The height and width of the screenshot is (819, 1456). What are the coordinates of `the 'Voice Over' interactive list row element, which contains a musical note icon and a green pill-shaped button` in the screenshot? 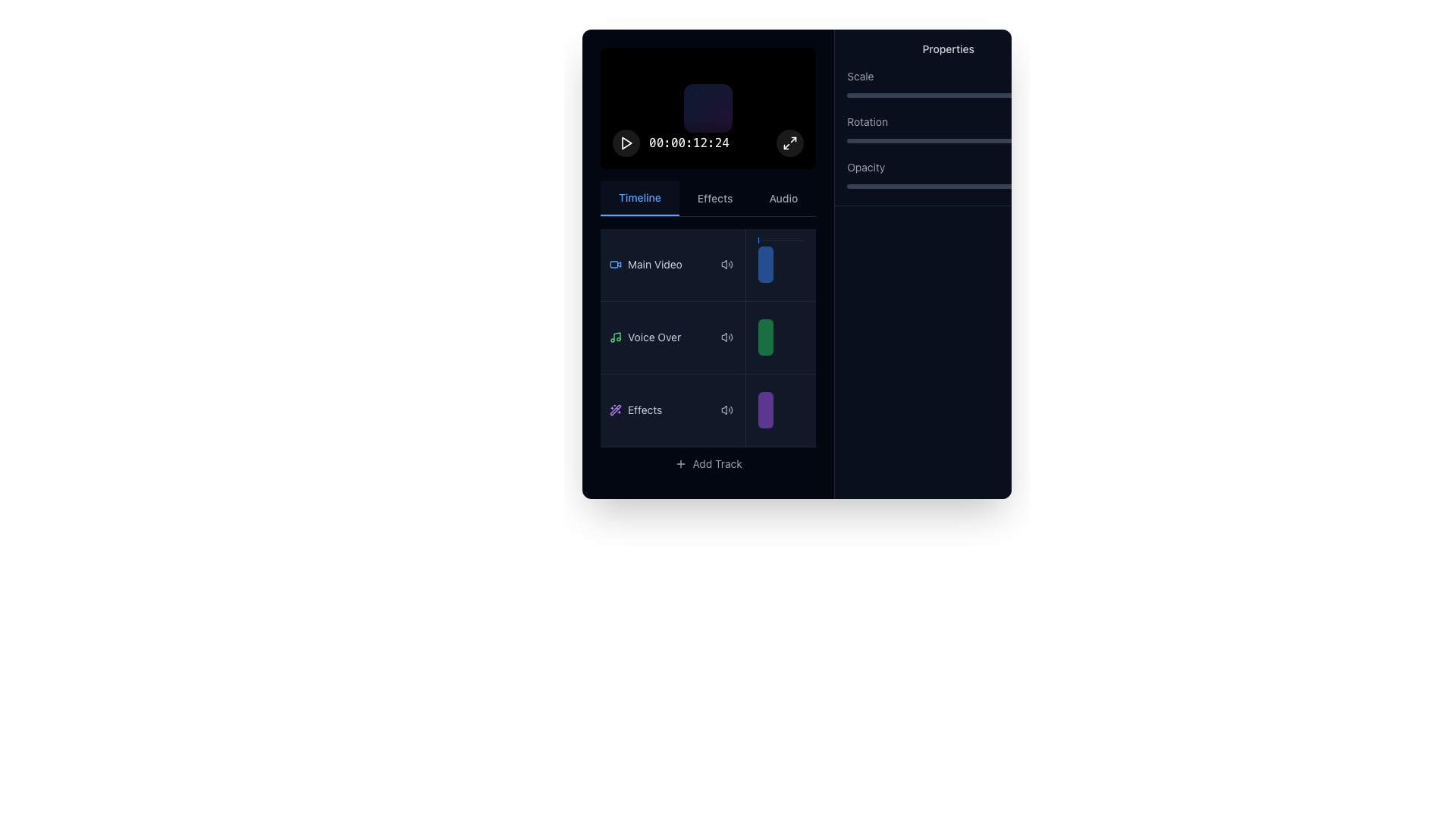 It's located at (708, 337).